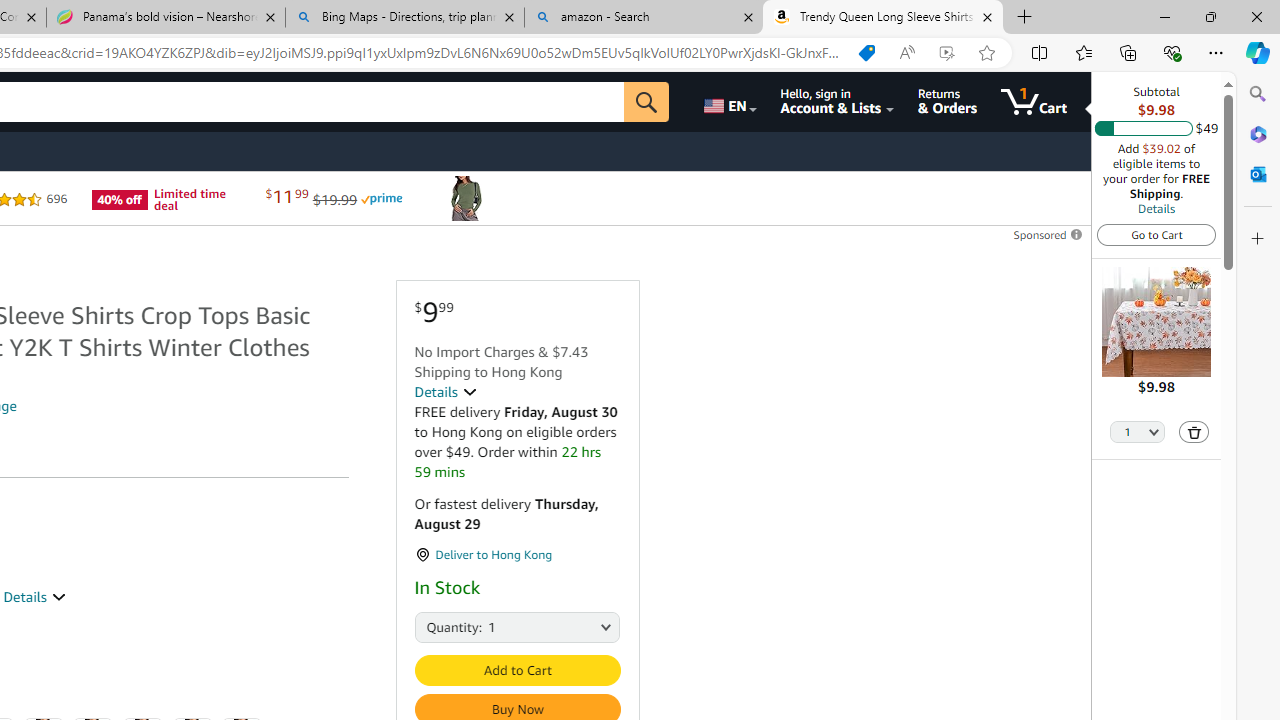 The height and width of the screenshot is (720, 1280). What do you see at coordinates (946, 101) in the screenshot?
I see `'Returns & Orders'` at bounding box center [946, 101].